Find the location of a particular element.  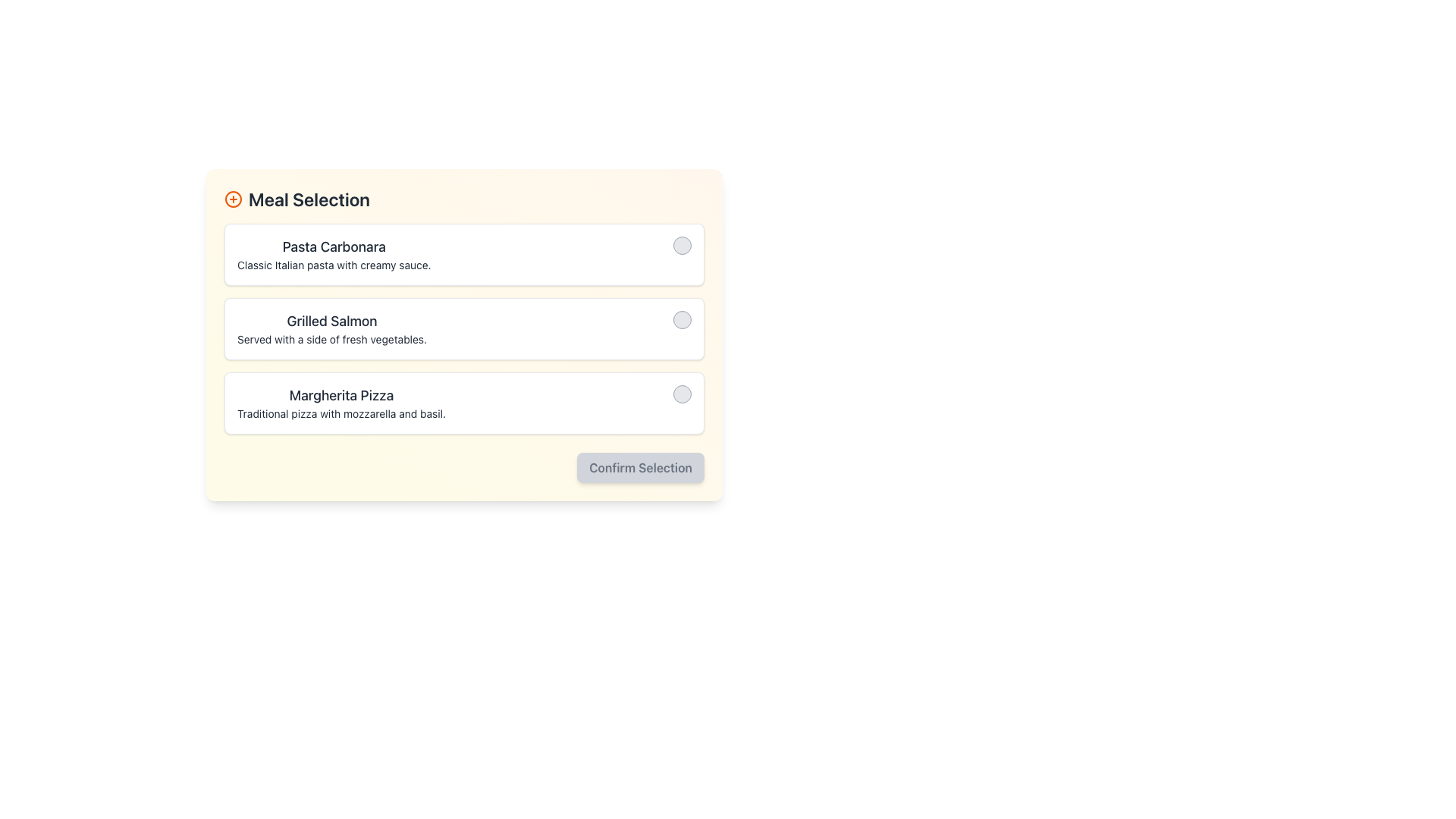

the first meal item text display, which provides details about the meal, located above 'Grilled Salmon' and 'Margherita Pizza' in the meal selection list is located at coordinates (333, 253).